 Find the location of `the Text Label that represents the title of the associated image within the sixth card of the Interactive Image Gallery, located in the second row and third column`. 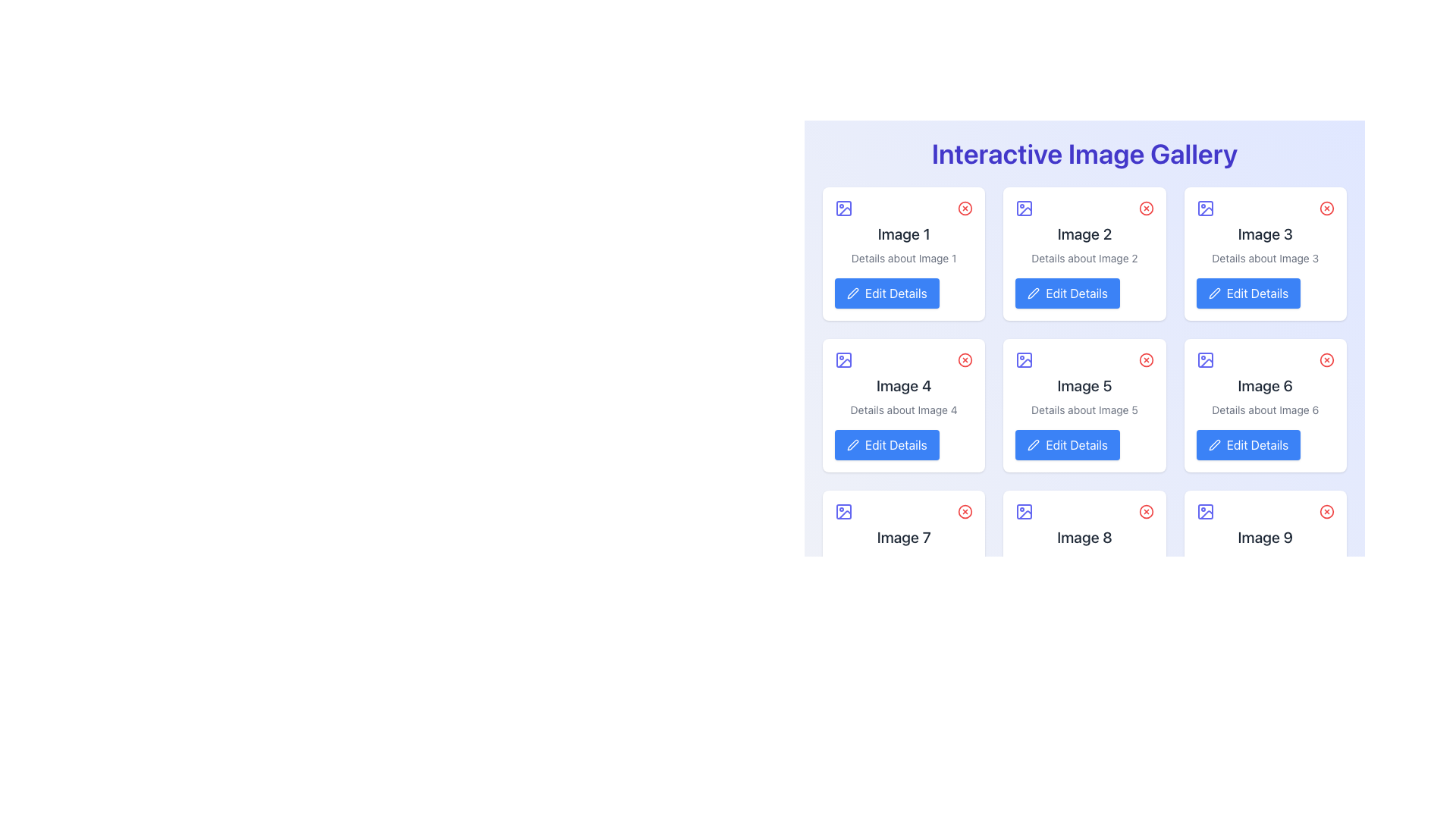

the Text Label that represents the title of the associated image within the sixth card of the Interactive Image Gallery, located in the second row and third column is located at coordinates (1265, 385).